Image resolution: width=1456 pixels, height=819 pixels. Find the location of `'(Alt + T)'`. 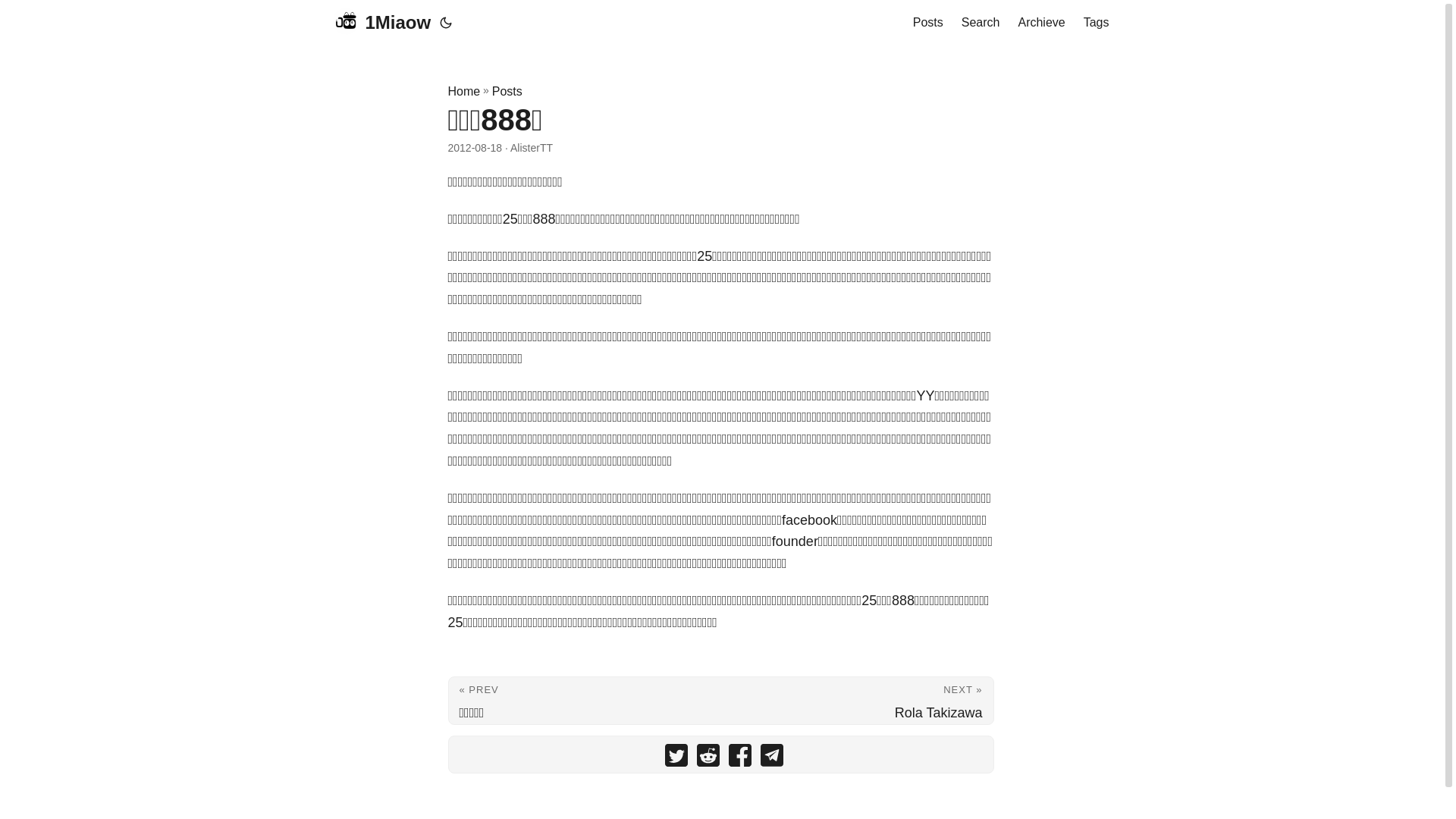

'(Alt + T)' is located at coordinates (445, 23).